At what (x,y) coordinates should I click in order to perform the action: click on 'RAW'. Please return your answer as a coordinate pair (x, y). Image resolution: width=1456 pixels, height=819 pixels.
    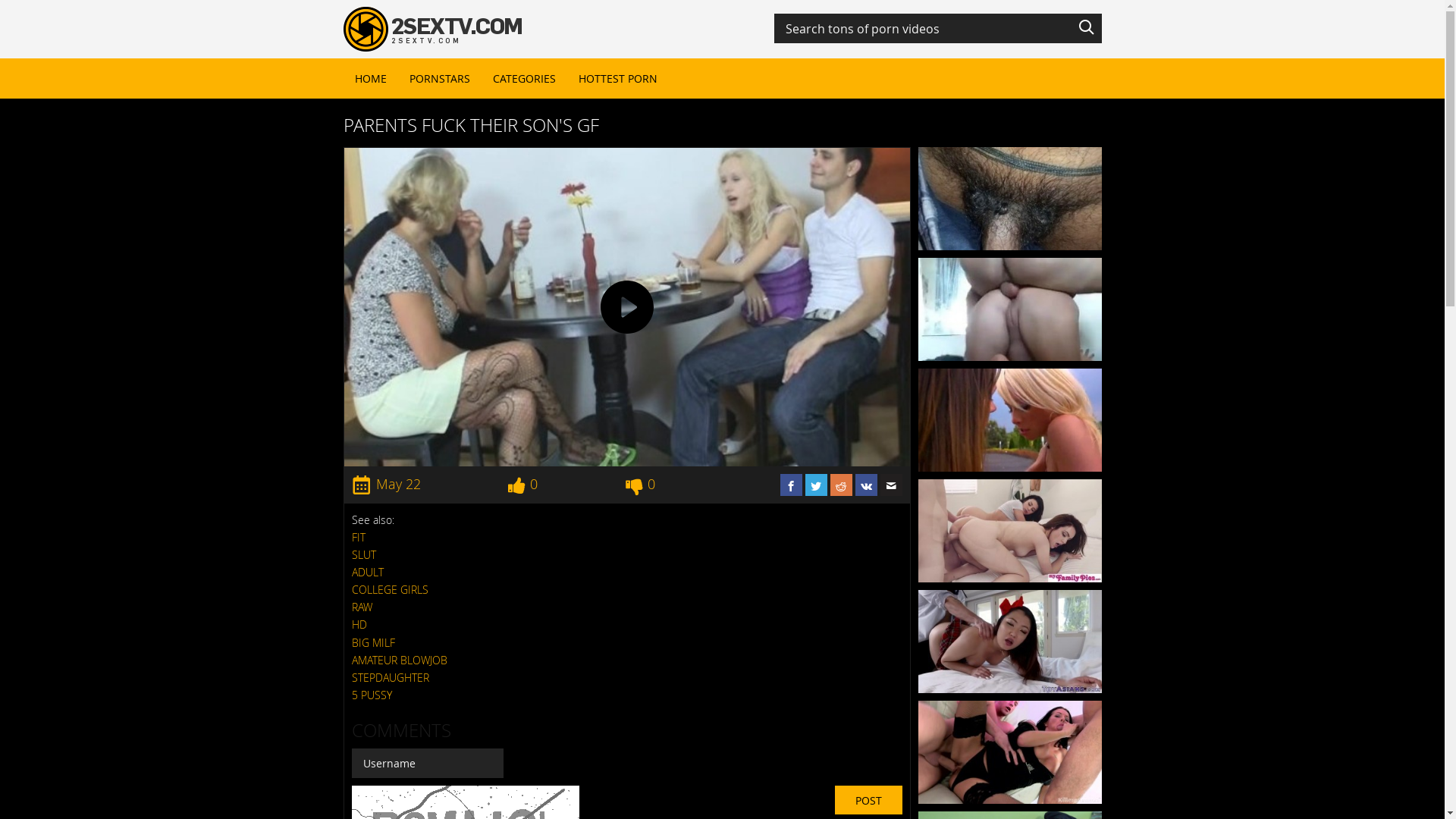
    Looking at the image, I should click on (351, 606).